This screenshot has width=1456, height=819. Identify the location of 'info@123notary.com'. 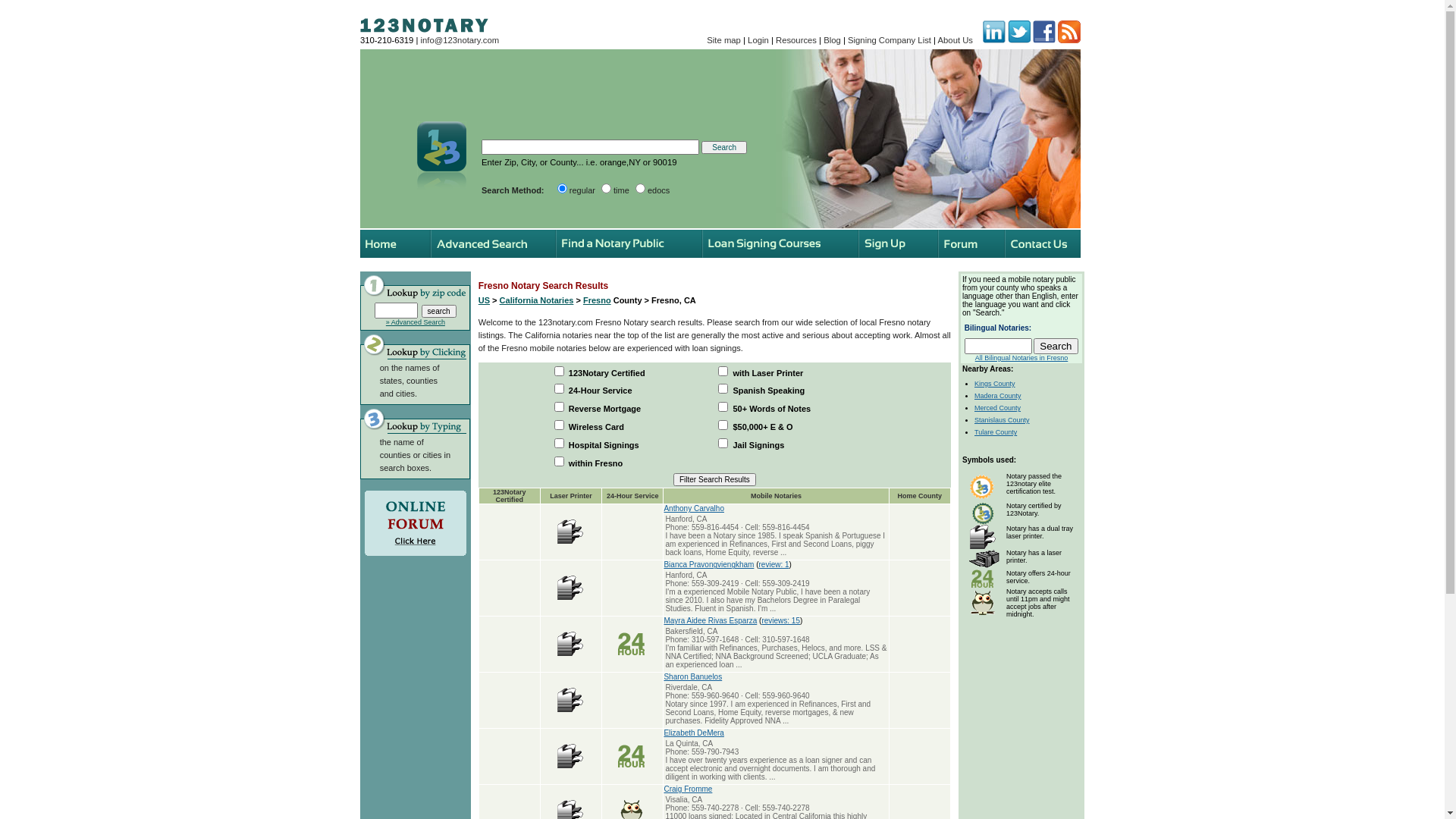
(459, 39).